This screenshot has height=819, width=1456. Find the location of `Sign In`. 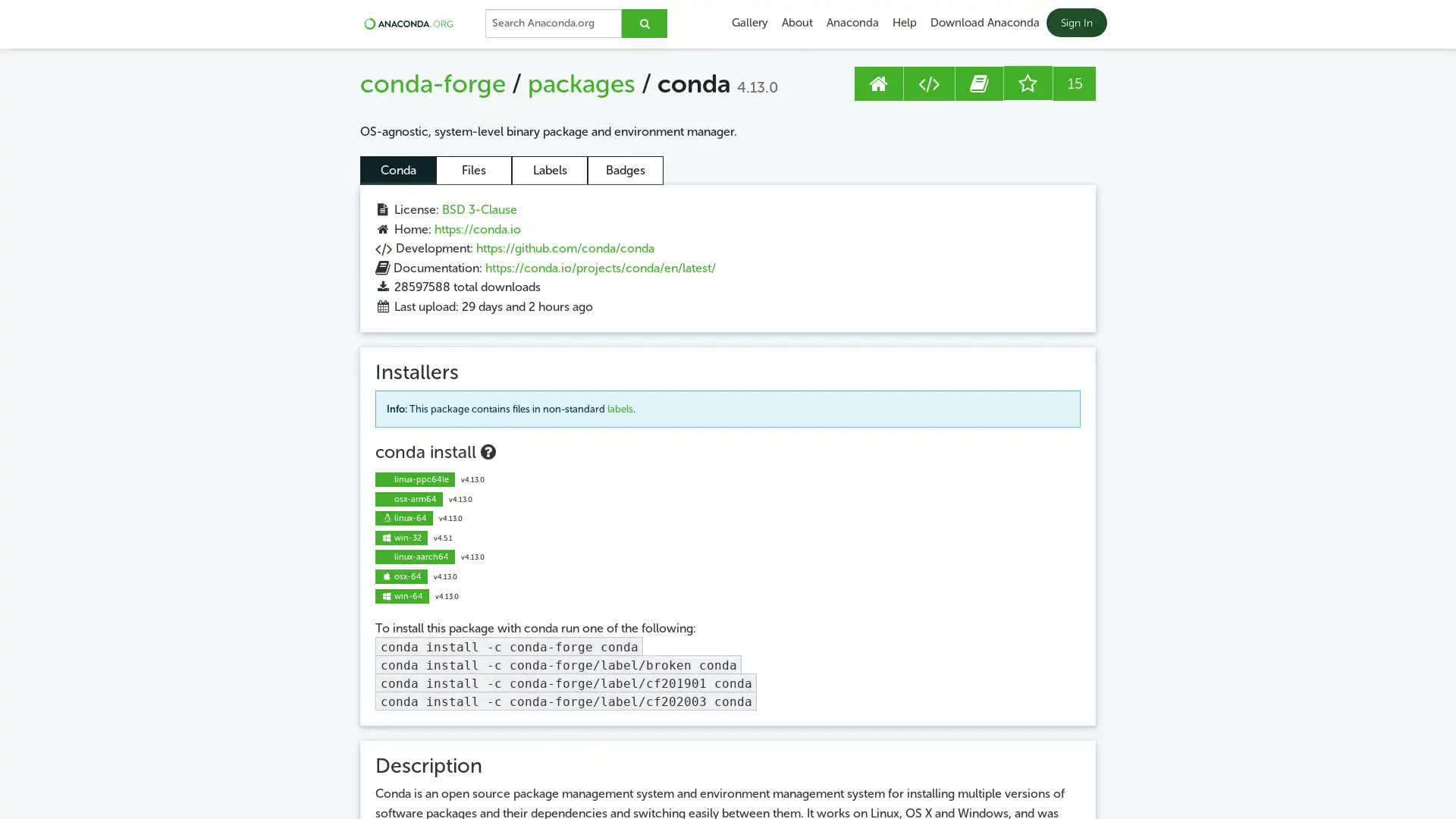

Sign In is located at coordinates (1075, 23).